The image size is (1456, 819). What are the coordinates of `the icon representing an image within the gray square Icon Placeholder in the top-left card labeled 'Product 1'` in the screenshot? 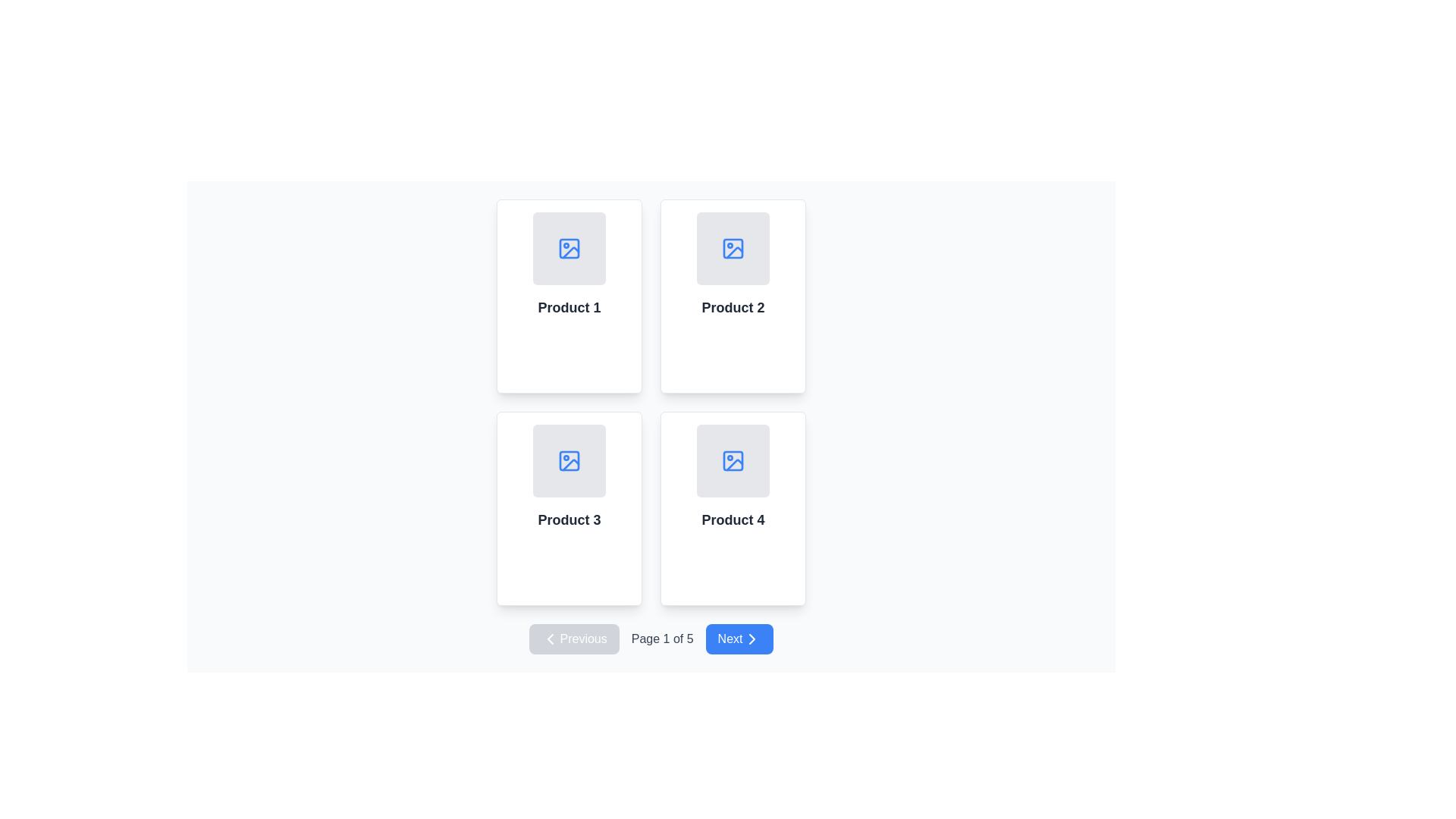 It's located at (568, 247).